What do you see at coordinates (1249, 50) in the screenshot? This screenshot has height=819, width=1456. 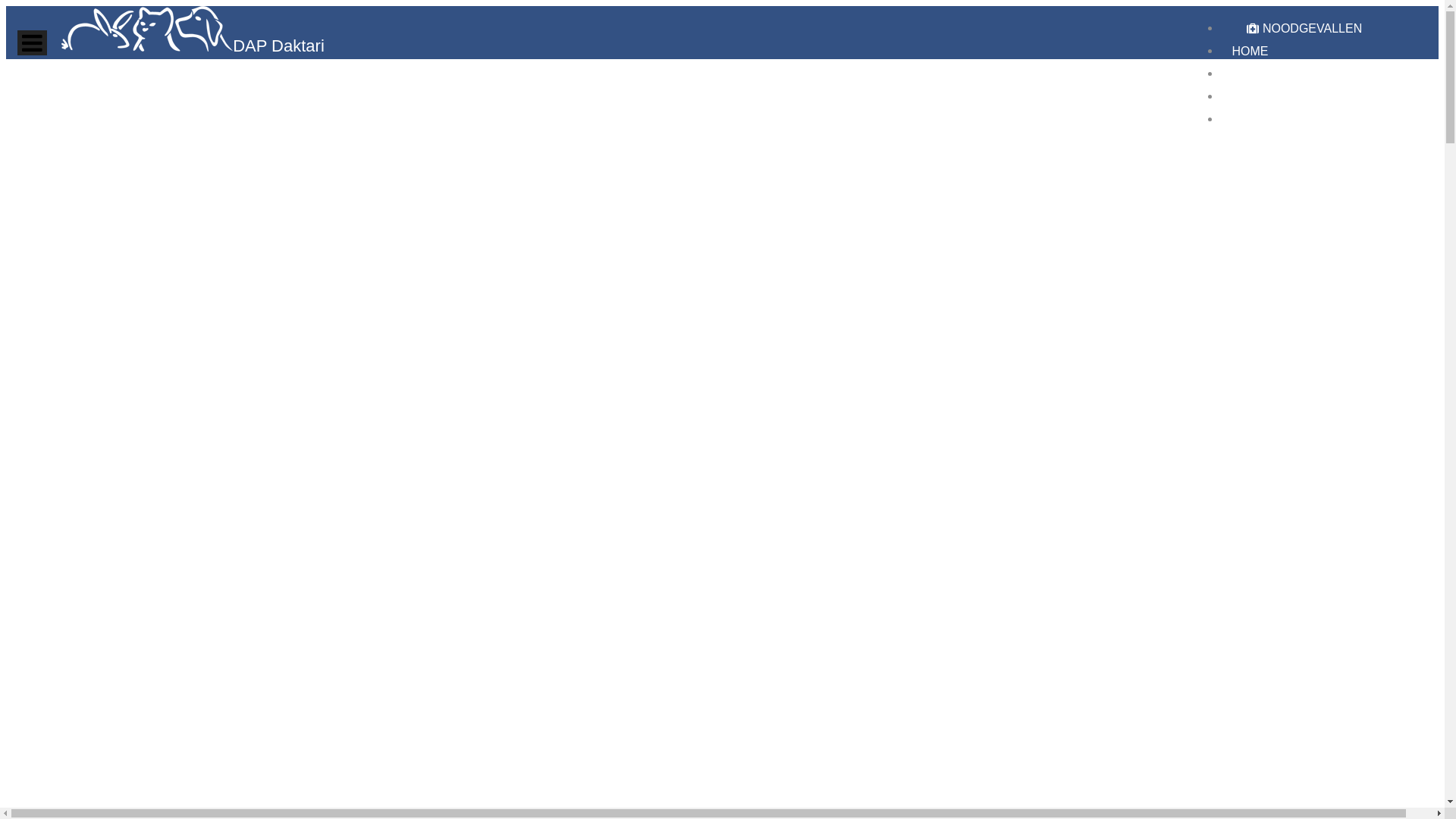 I see `'HOME'` at bounding box center [1249, 50].